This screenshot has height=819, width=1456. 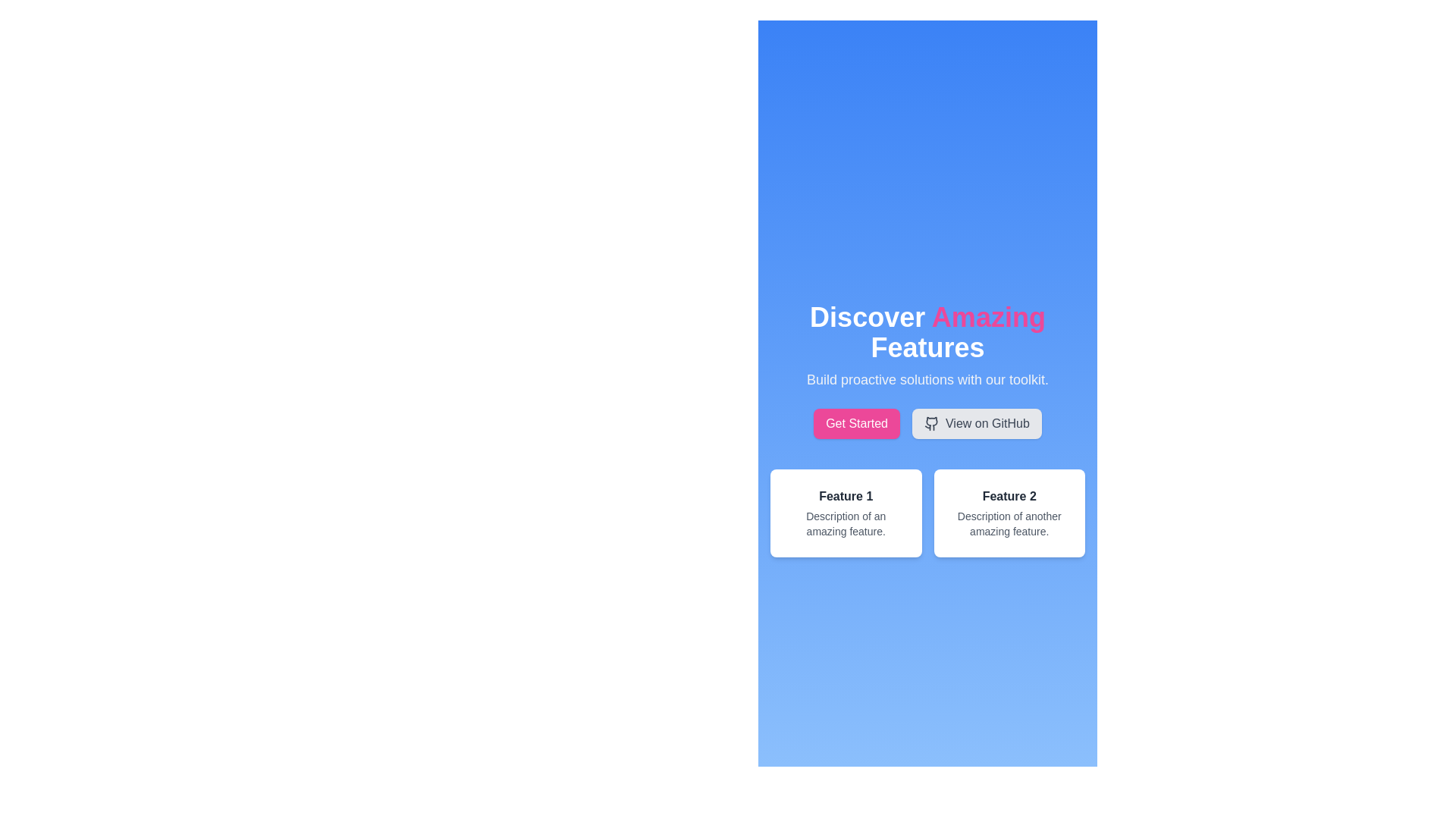 What do you see at coordinates (930, 424) in the screenshot?
I see `the GitHub icon located to the left of the 'View on GitHub' text within the rectangular button at the upper center of the interface` at bounding box center [930, 424].